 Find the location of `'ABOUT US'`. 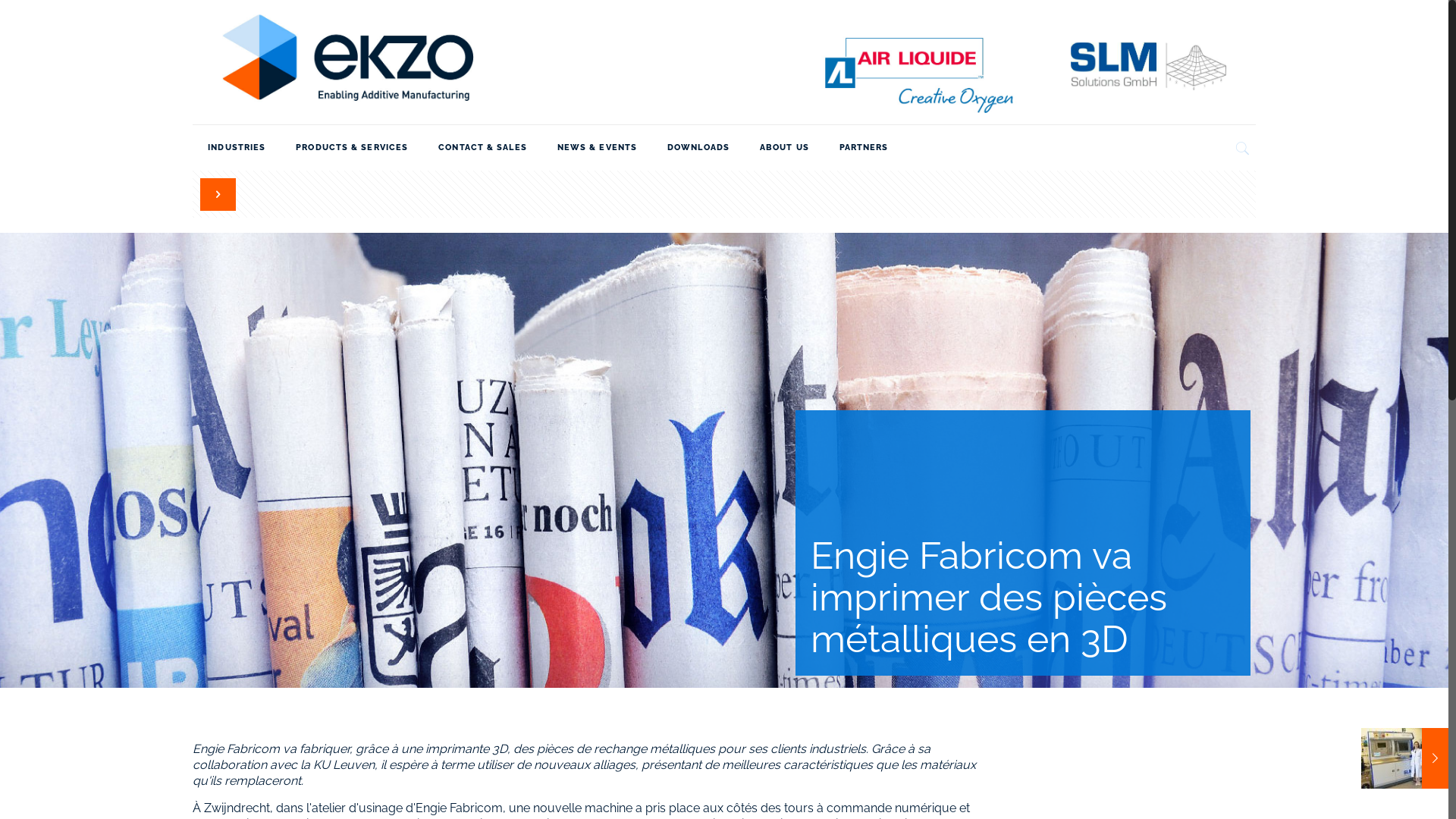

'ABOUT US' is located at coordinates (784, 148).